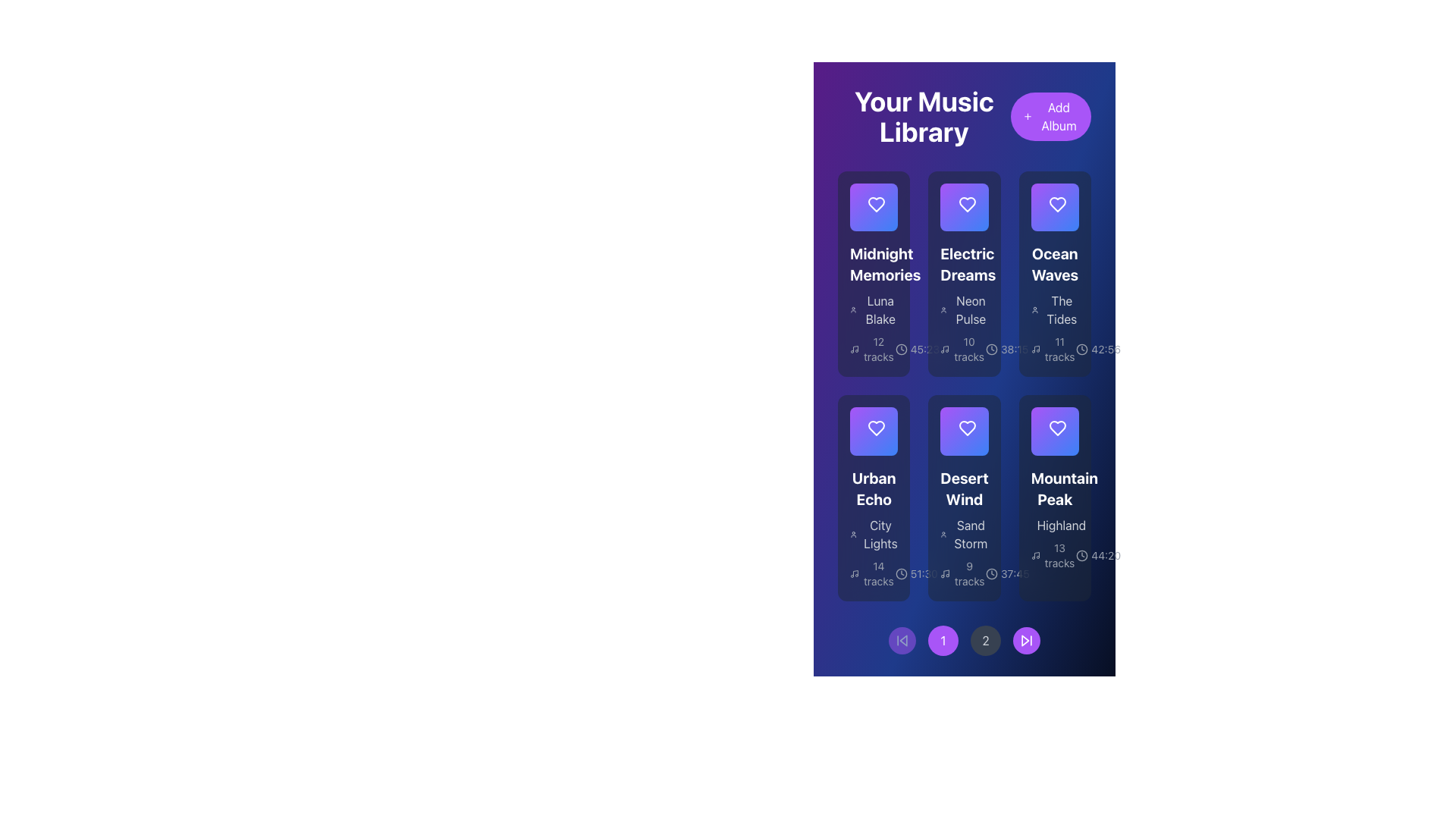  Describe the element at coordinates (1054, 497) in the screenshot. I see `the sixth Album Card in the 'Your Music Library' section to interact with the album` at that location.